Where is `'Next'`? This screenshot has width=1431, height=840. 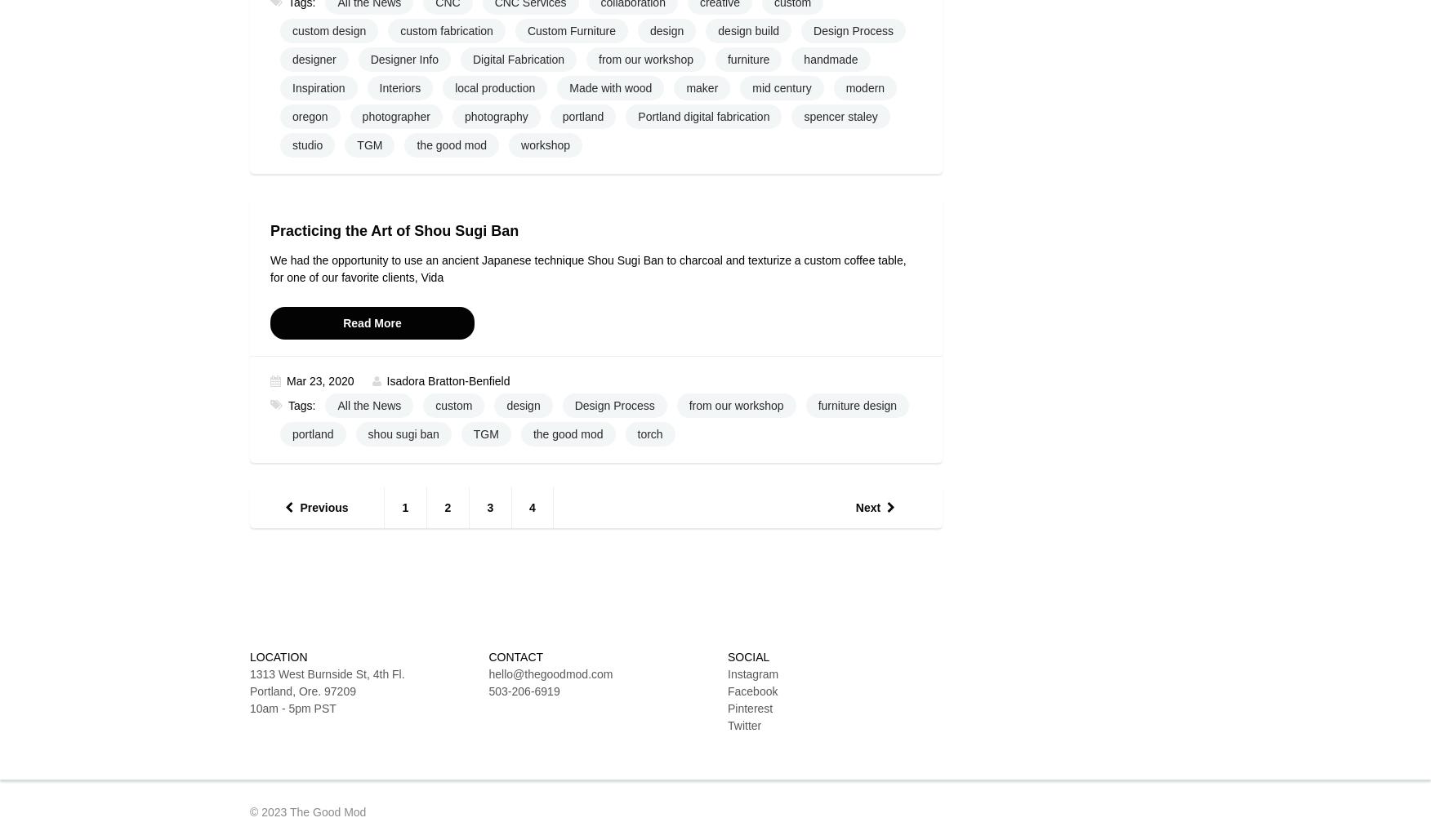 'Next' is located at coordinates (867, 508).